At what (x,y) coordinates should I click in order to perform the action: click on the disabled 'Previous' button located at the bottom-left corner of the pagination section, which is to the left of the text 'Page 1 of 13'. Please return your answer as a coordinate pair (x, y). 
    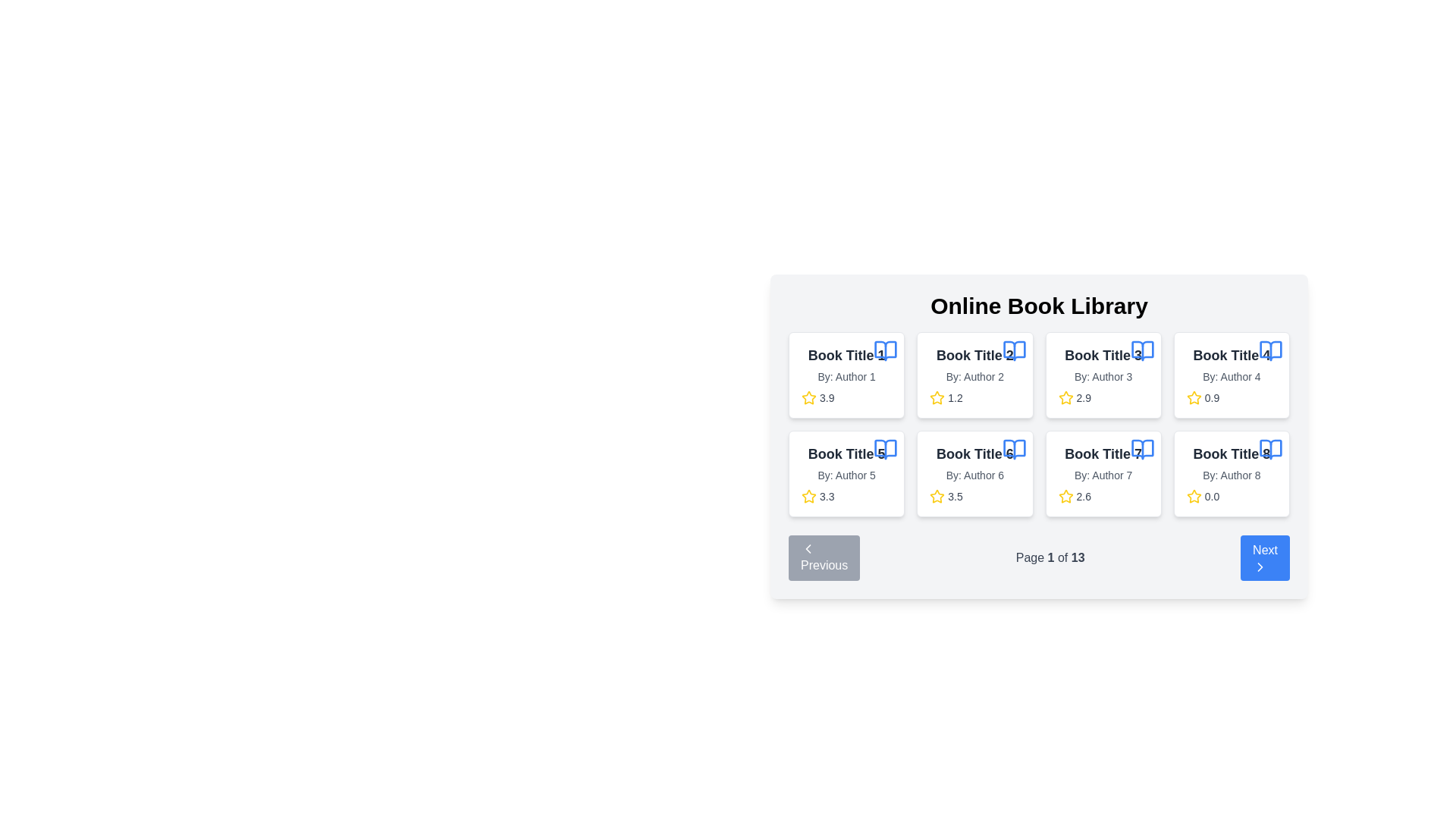
    Looking at the image, I should click on (824, 558).